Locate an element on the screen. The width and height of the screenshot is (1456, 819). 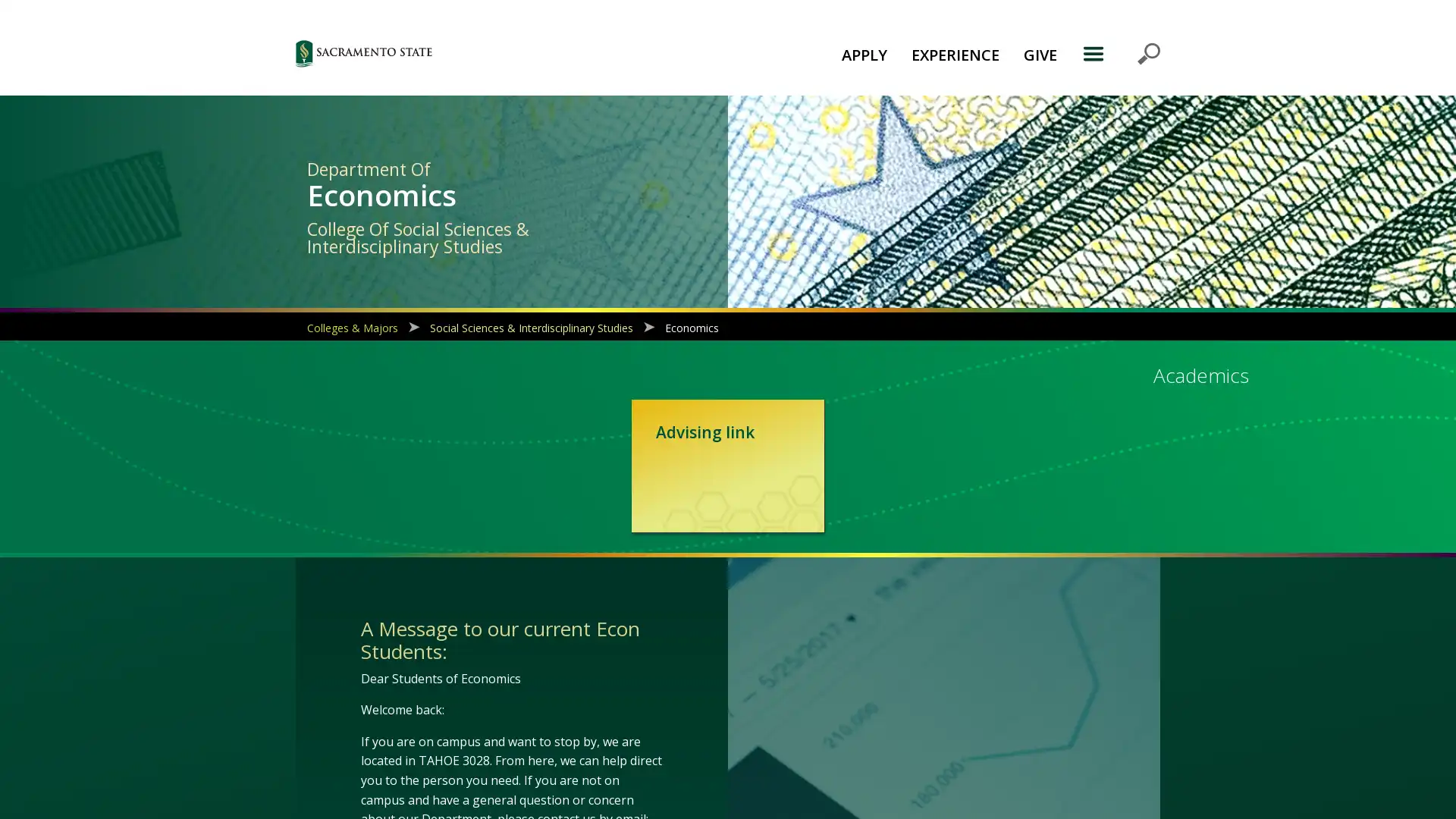
Sac State logo is located at coordinates (446, 52).